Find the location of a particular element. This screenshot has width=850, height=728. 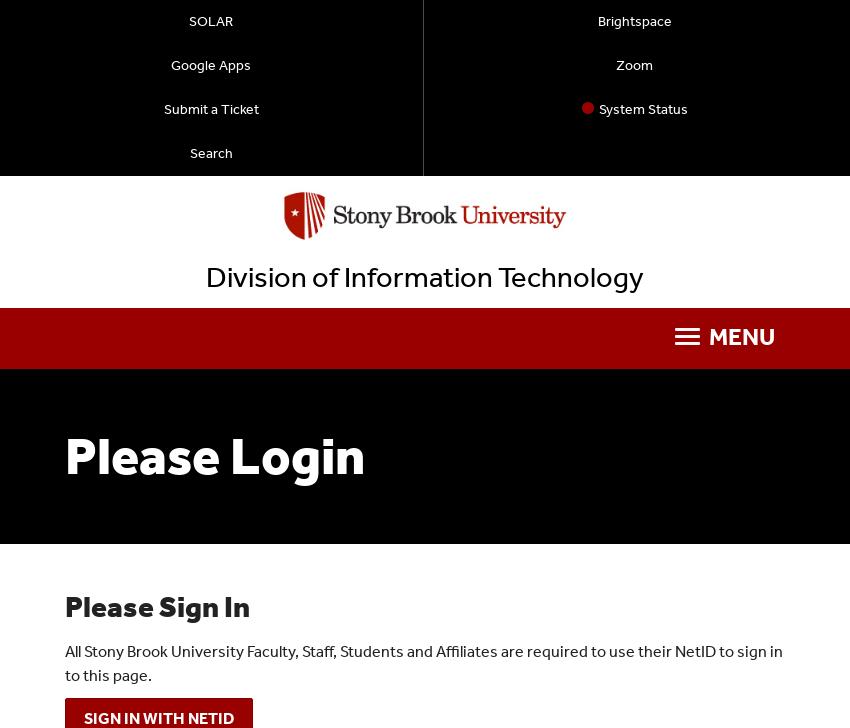

'All Stony Brook University Faculty, Staff, Students and Affiliates are required to use their NetID to sign in to this page.' is located at coordinates (423, 663).